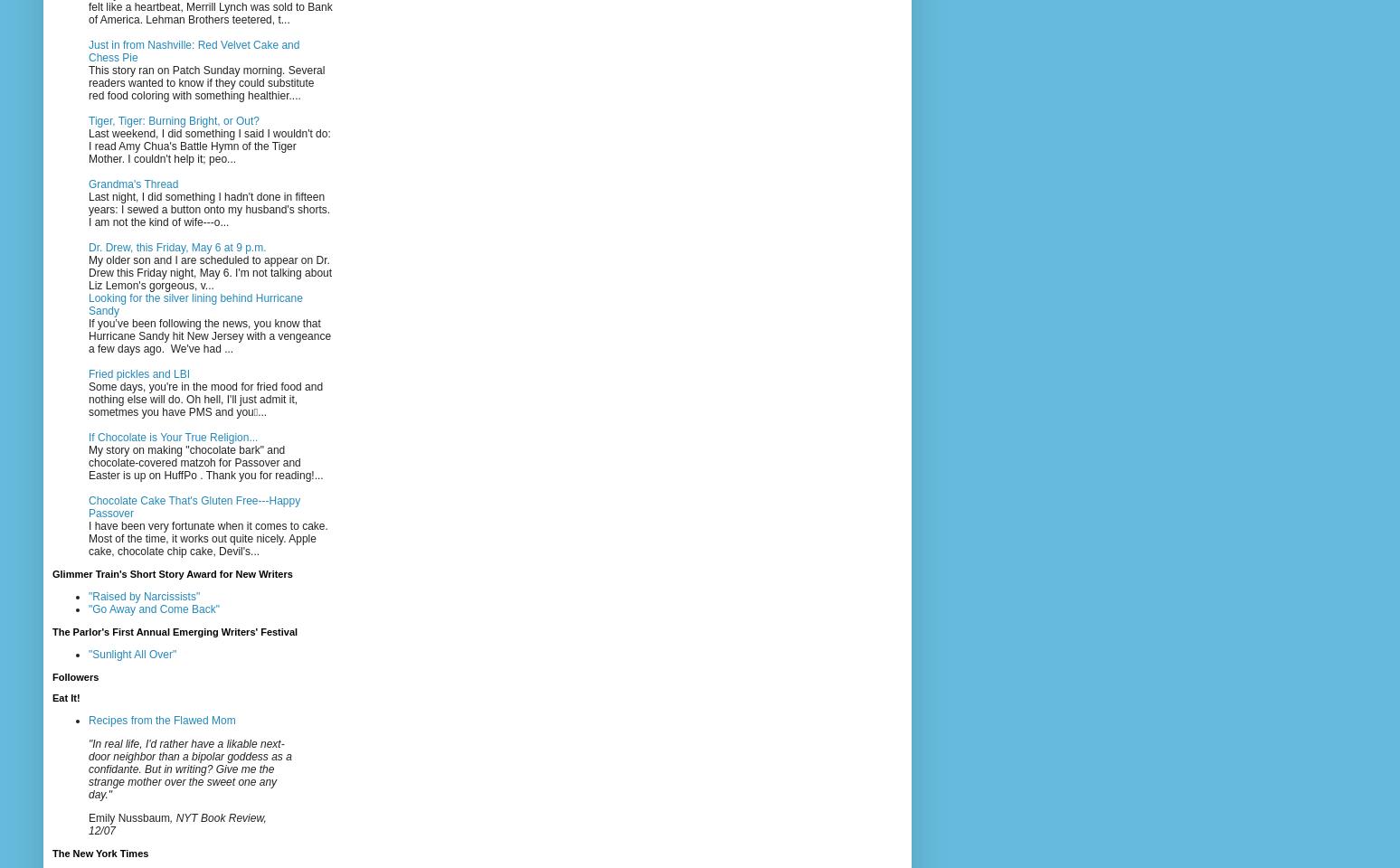 Image resolution: width=1400 pixels, height=868 pixels. What do you see at coordinates (87, 304) in the screenshot?
I see `'Looking for the silver lining behind Hurricane Sandy'` at bounding box center [87, 304].